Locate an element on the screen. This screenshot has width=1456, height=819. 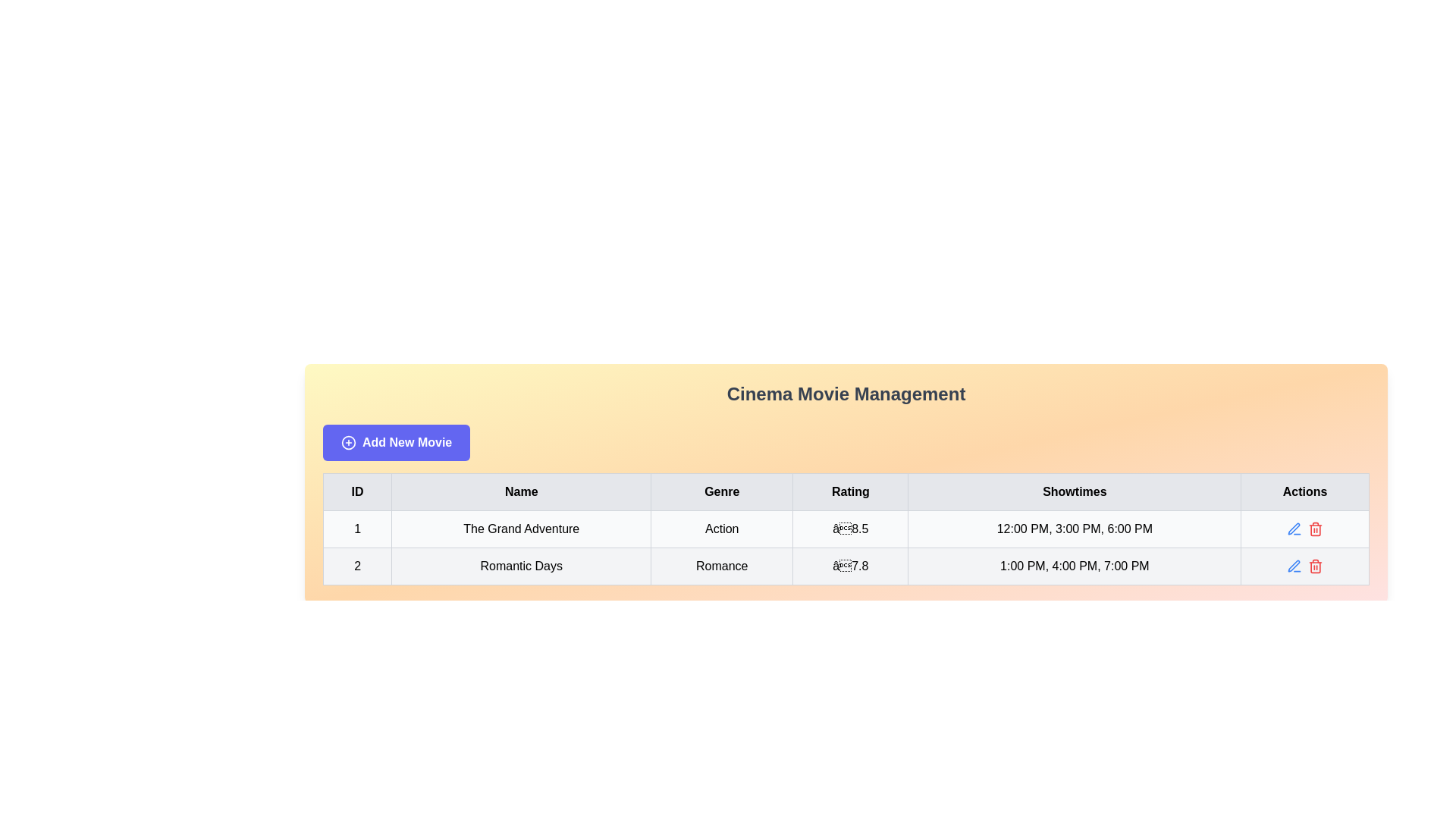
the 'Showtimes' header cell in the table, which is the fifth header positioned between 'Rating' and 'Actions' is located at coordinates (1074, 491).